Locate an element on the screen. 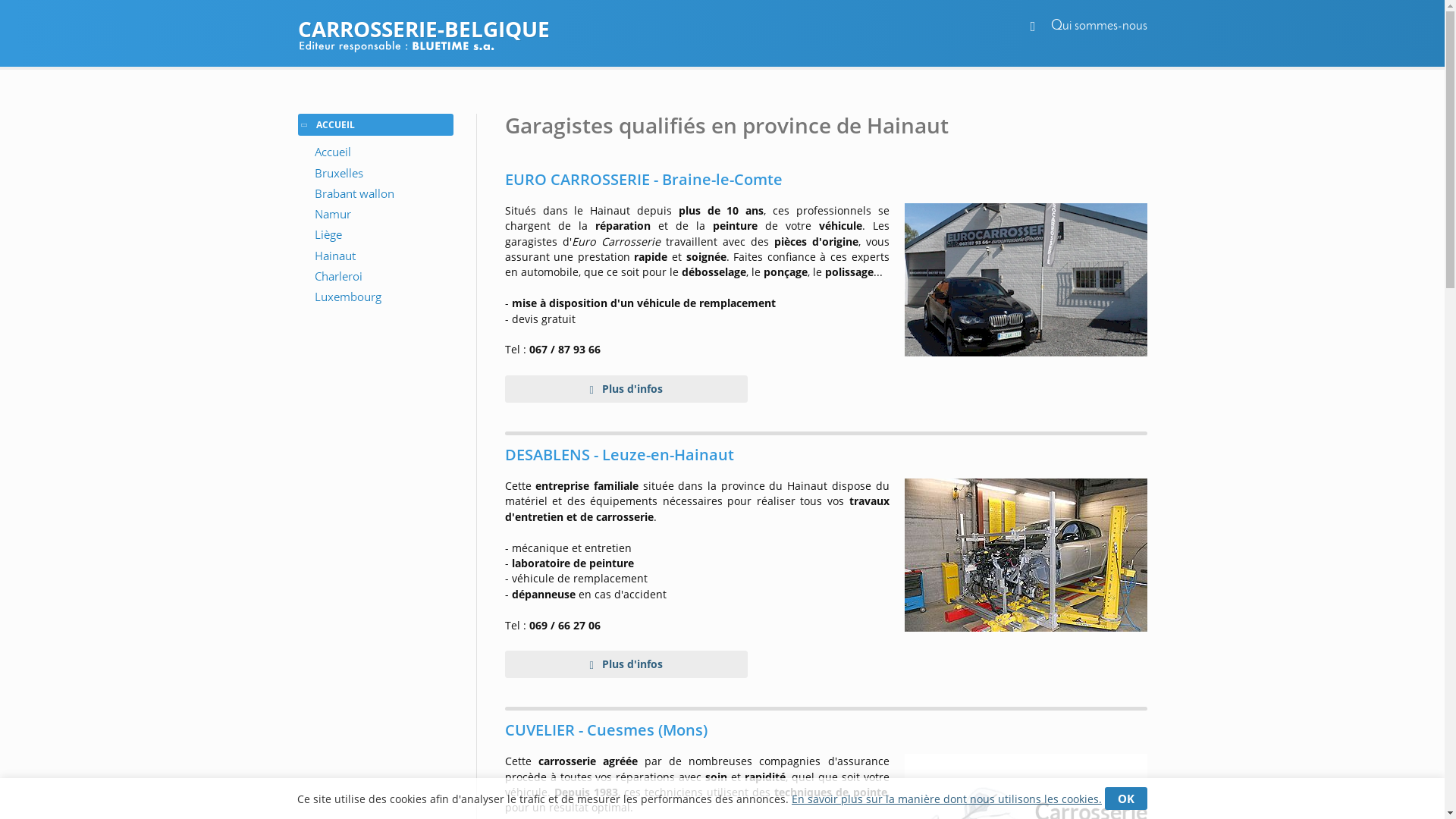 Image resolution: width=1456 pixels, height=819 pixels. 'Plus d'infos' is located at coordinates (626, 388).